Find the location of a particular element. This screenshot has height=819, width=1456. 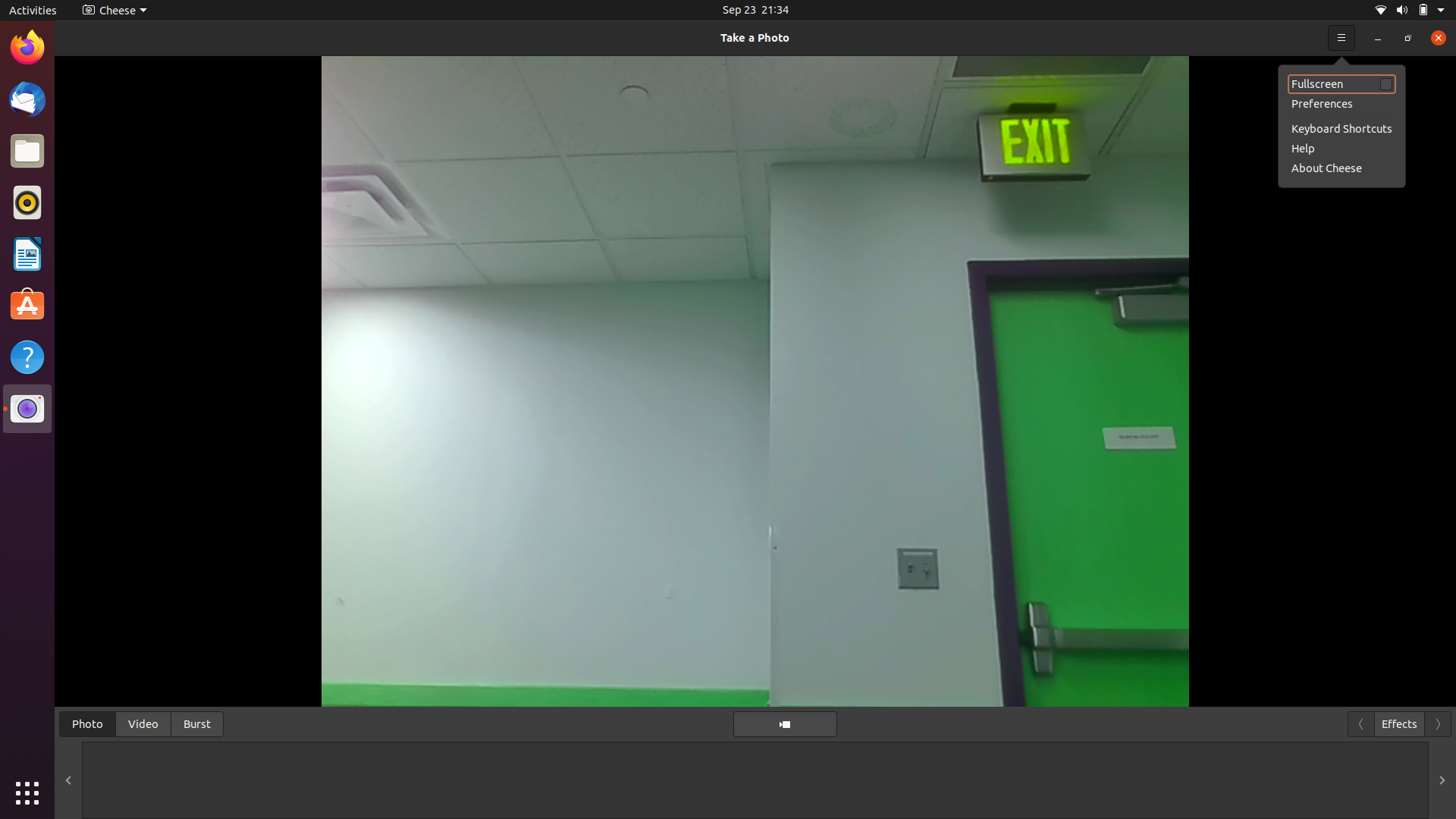

Exit the camera viewing window is located at coordinates (1433, 36).